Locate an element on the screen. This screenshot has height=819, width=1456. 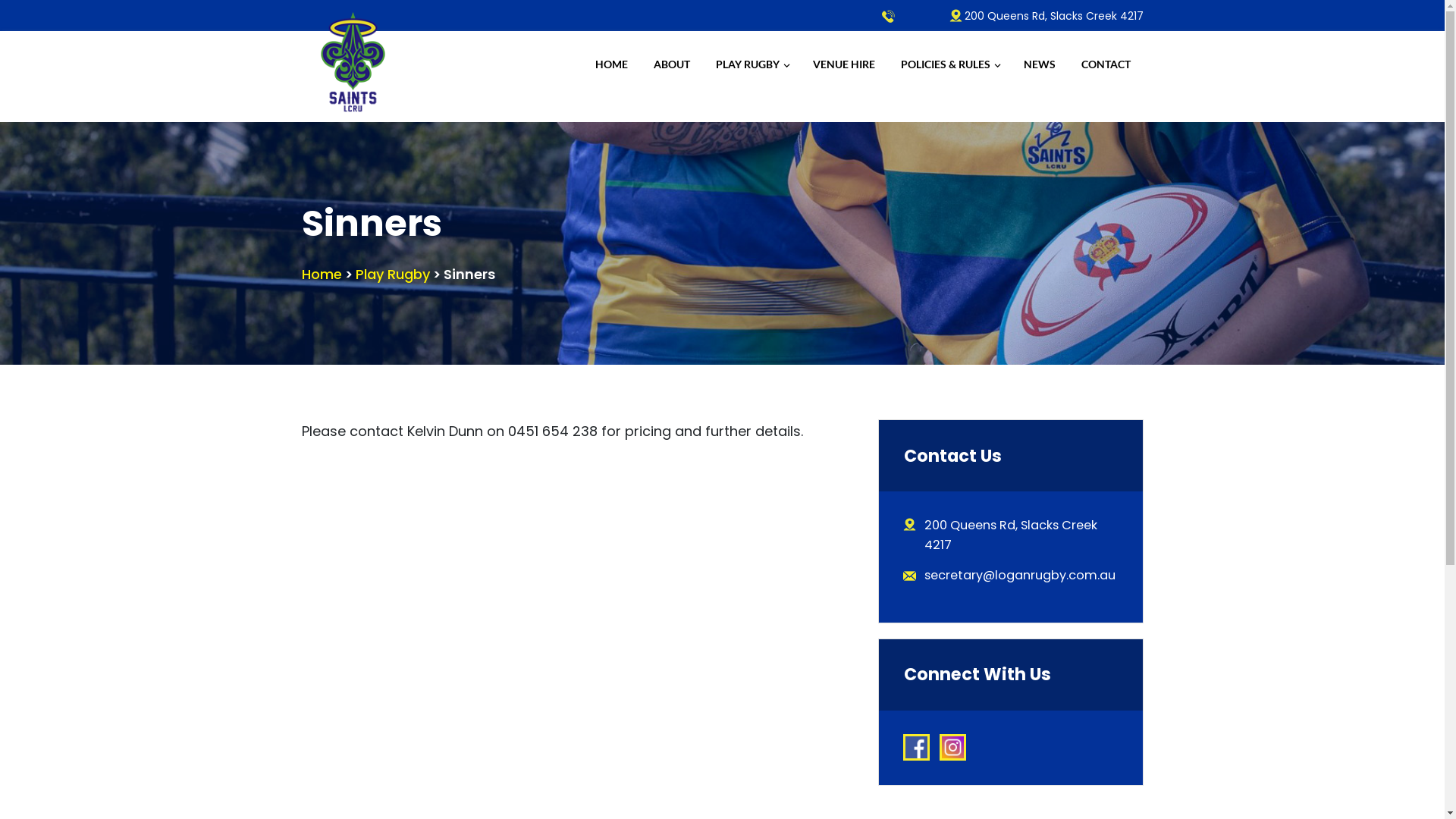
'Play Rugby' is located at coordinates (392, 274).